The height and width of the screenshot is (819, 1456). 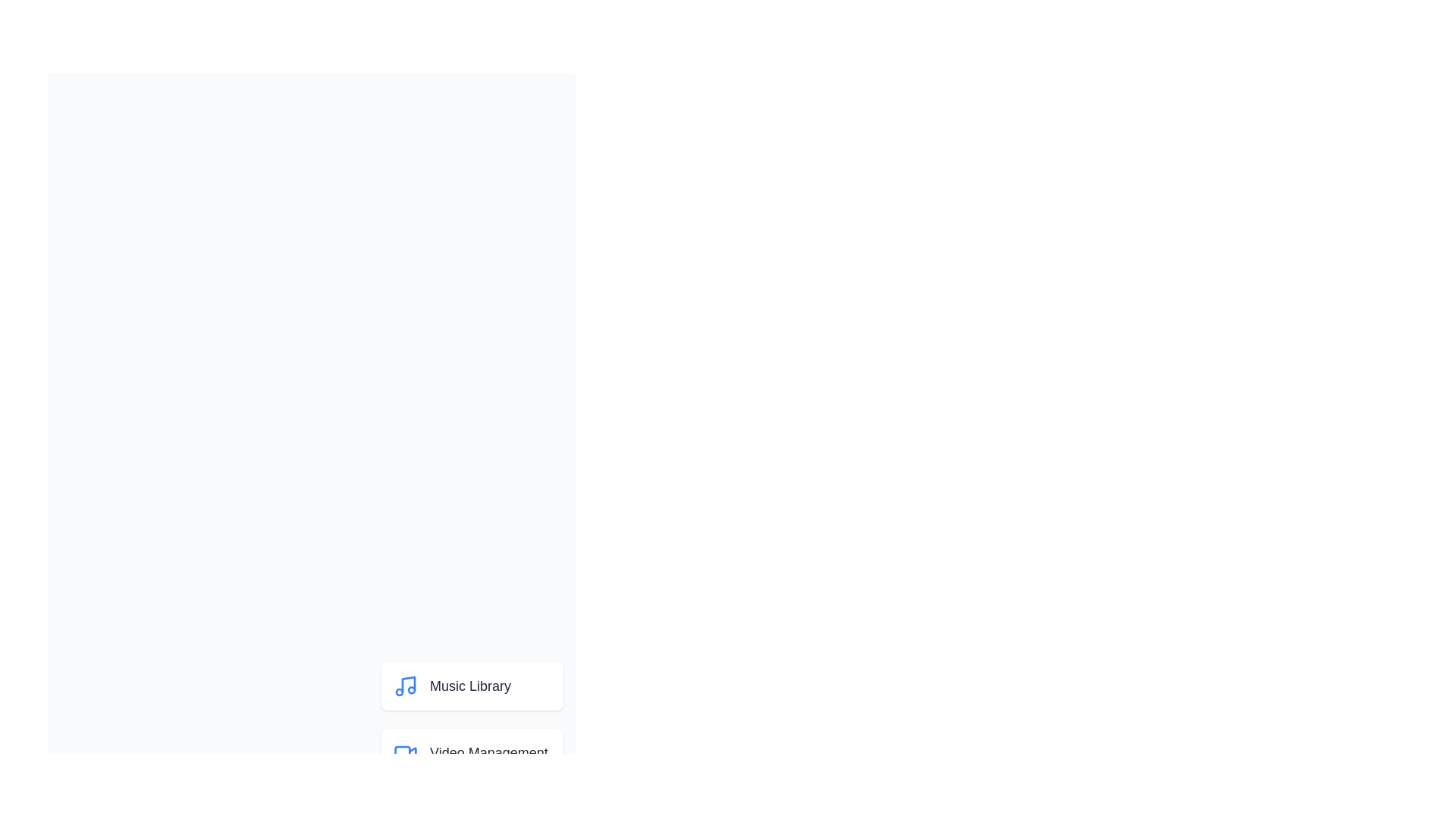 What do you see at coordinates (472, 686) in the screenshot?
I see `the menu item Music Library` at bounding box center [472, 686].